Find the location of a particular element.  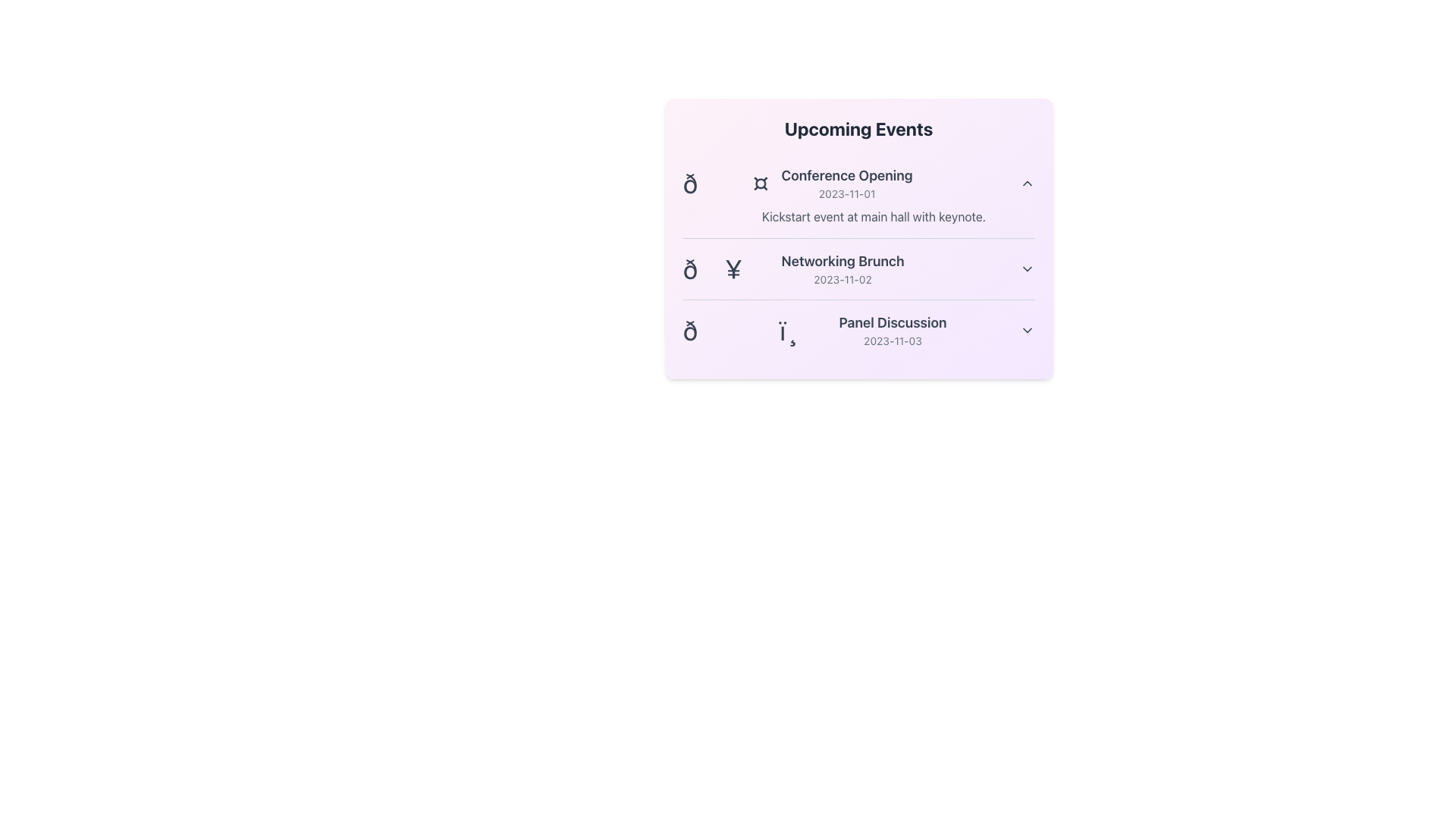

informational text label for the event 'Networking Brunch' which is the second item under 'Upcoming Events' is located at coordinates (842, 260).